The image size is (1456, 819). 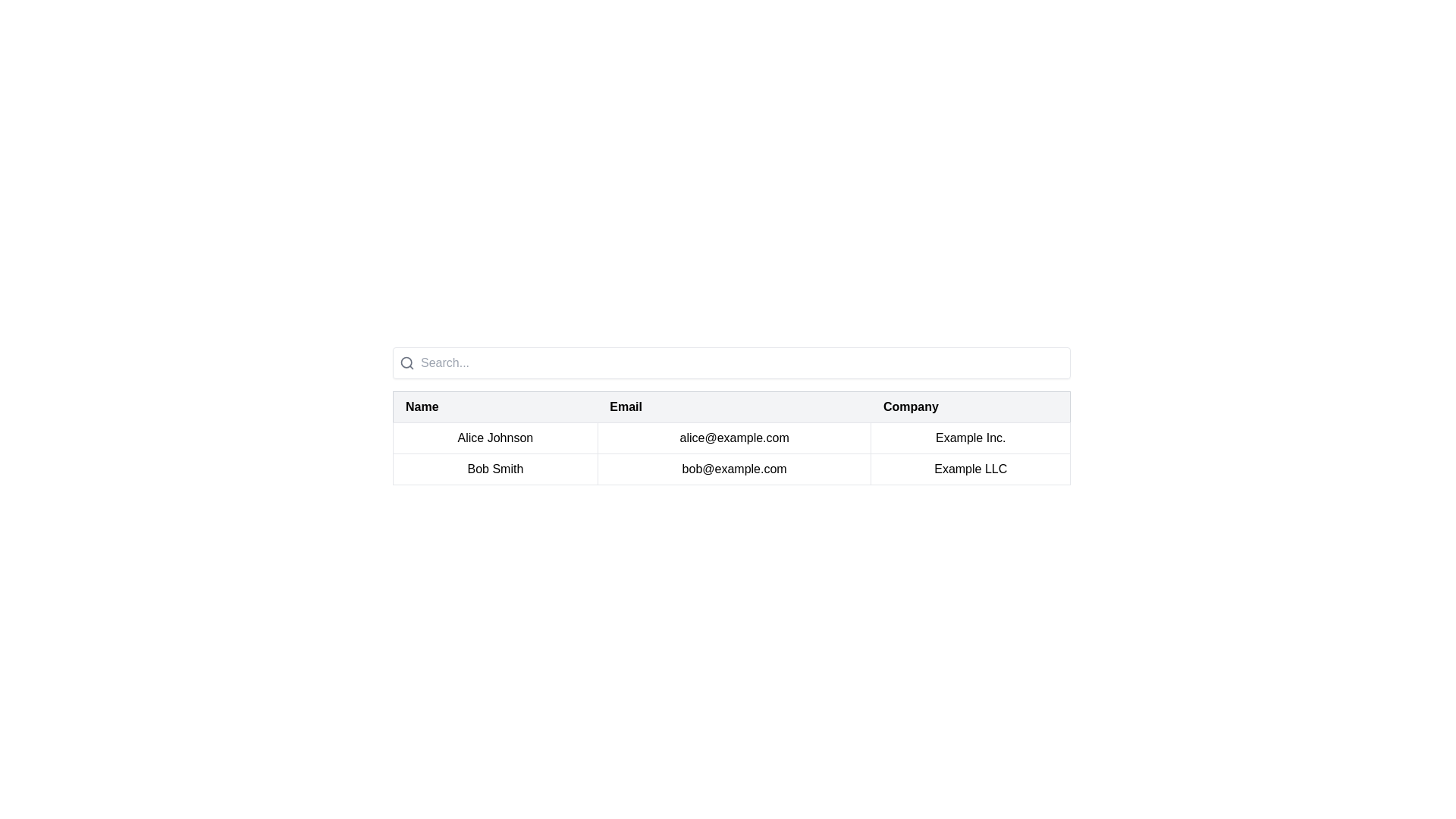 What do you see at coordinates (422, 406) in the screenshot?
I see `the 'Name' column header label in the data table, which is located in the top-left corner of the table, preceding the 'Email' and 'Company' columns` at bounding box center [422, 406].